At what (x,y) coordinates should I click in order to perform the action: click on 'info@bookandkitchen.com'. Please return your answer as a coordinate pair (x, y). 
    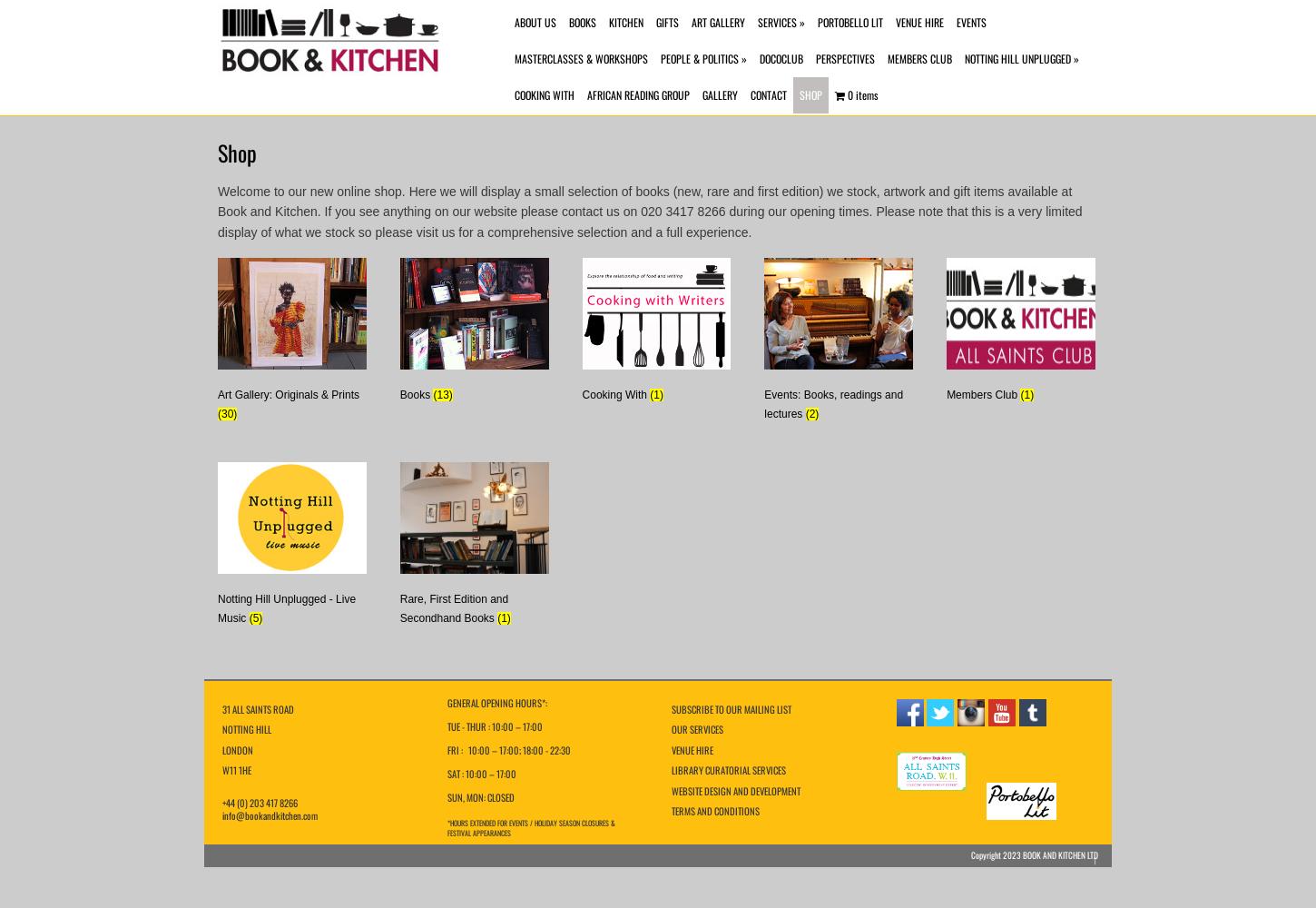
    Looking at the image, I should click on (222, 814).